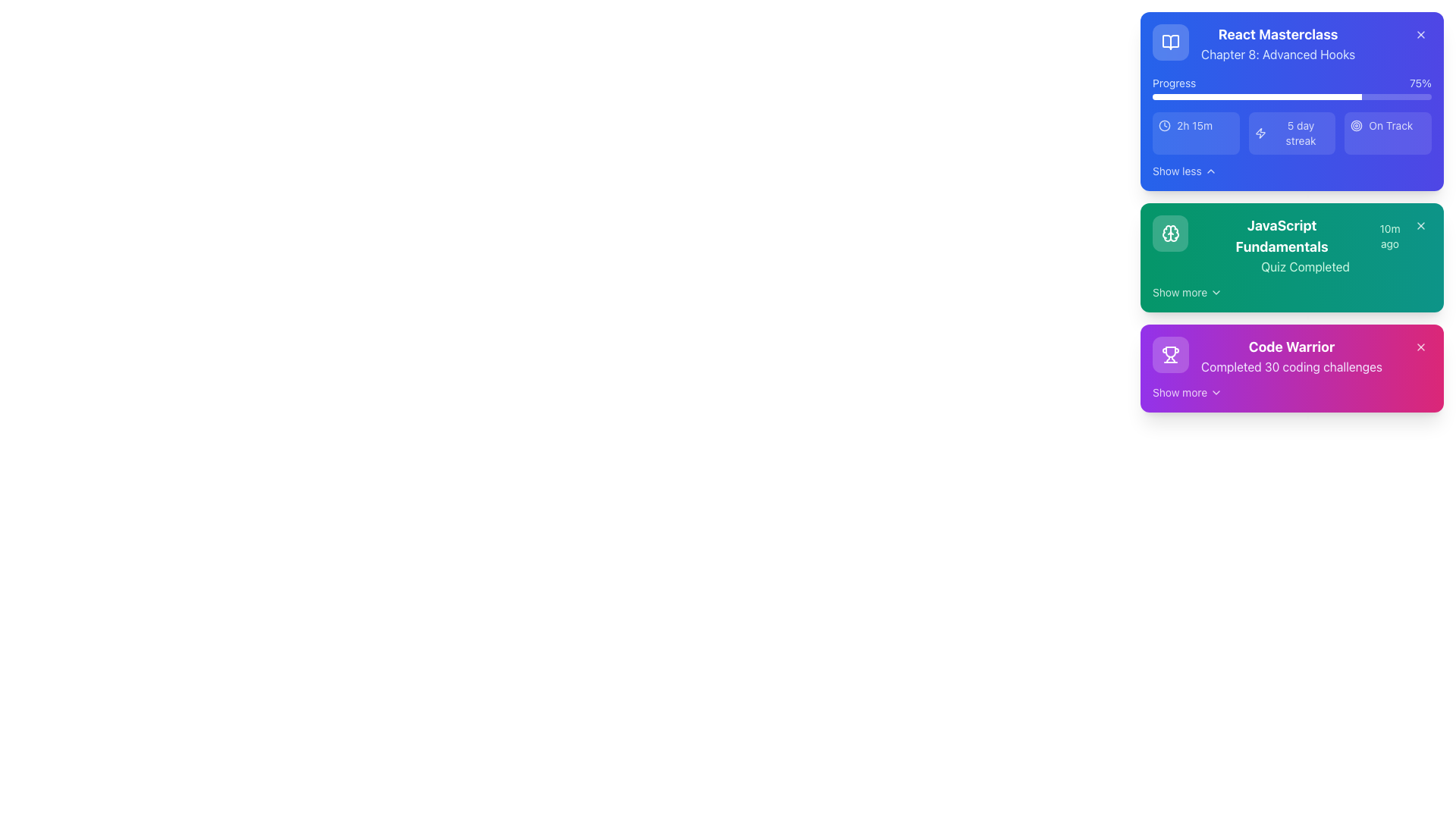  What do you see at coordinates (1420, 34) in the screenshot?
I see `the close icon located at the top right corner of the 'React Masterclass' card` at bounding box center [1420, 34].